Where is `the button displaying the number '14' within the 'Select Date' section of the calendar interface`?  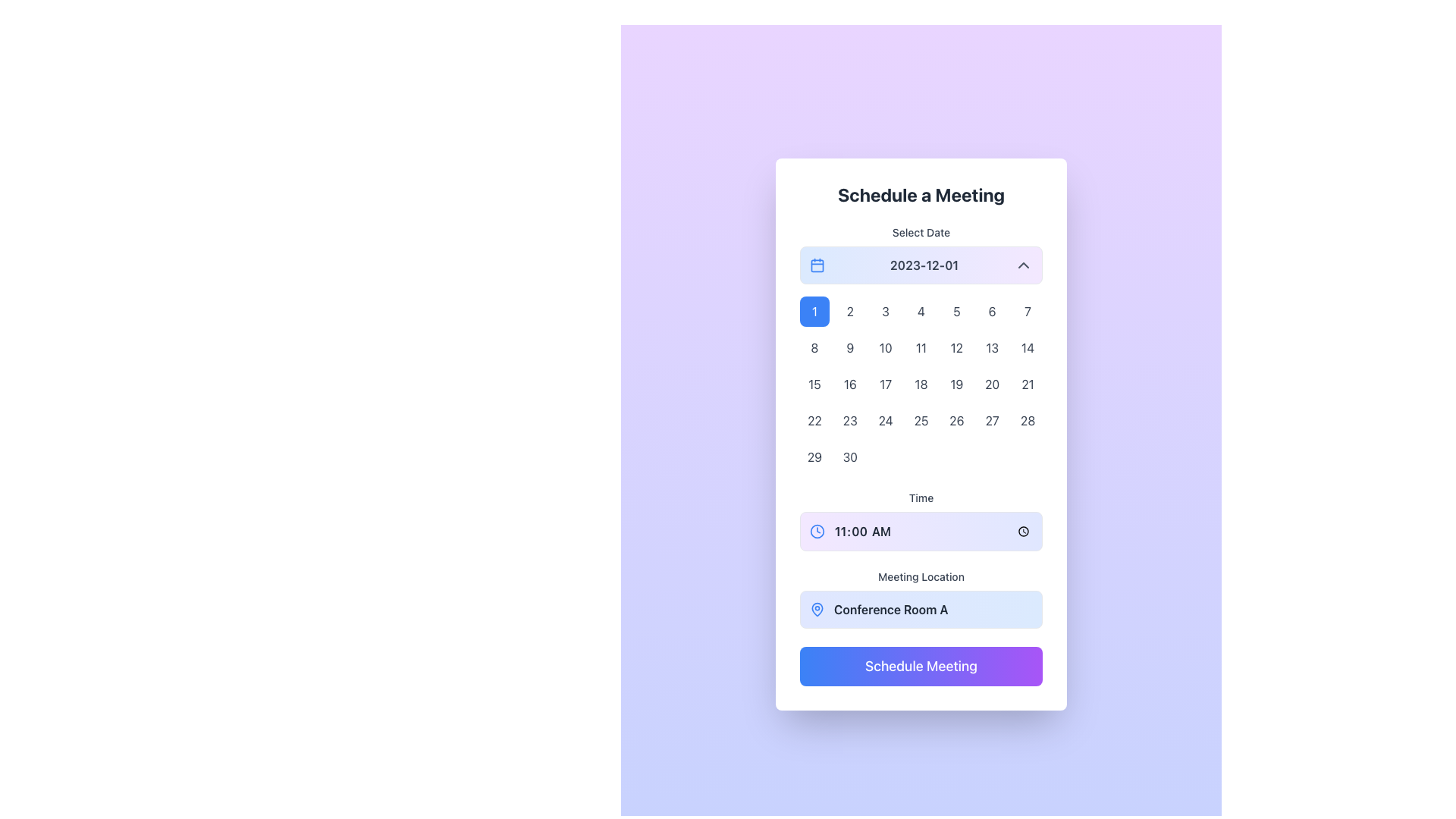
the button displaying the number '14' within the 'Select Date' section of the calendar interface is located at coordinates (1028, 348).